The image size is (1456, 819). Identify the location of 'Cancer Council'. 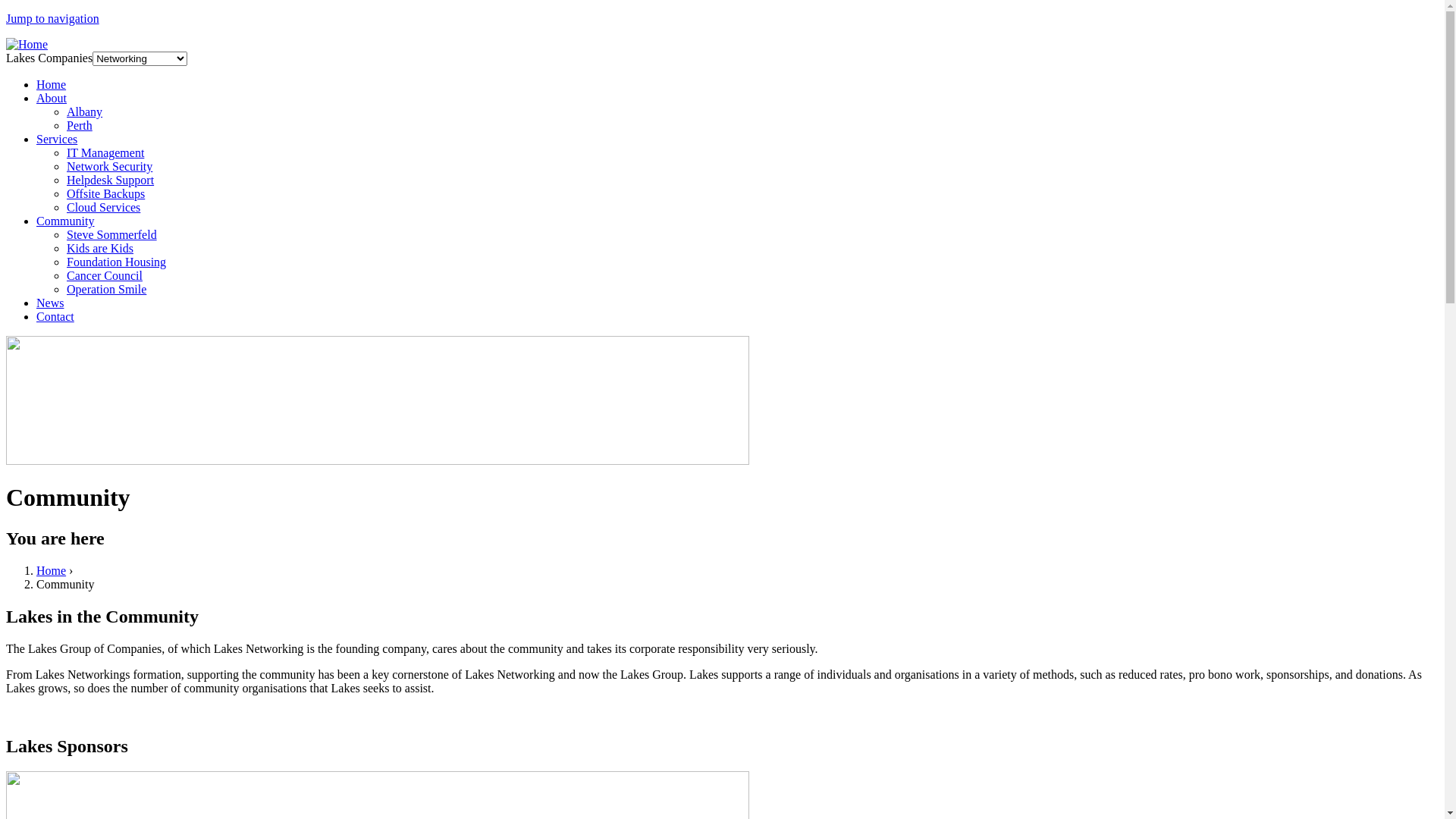
(104, 275).